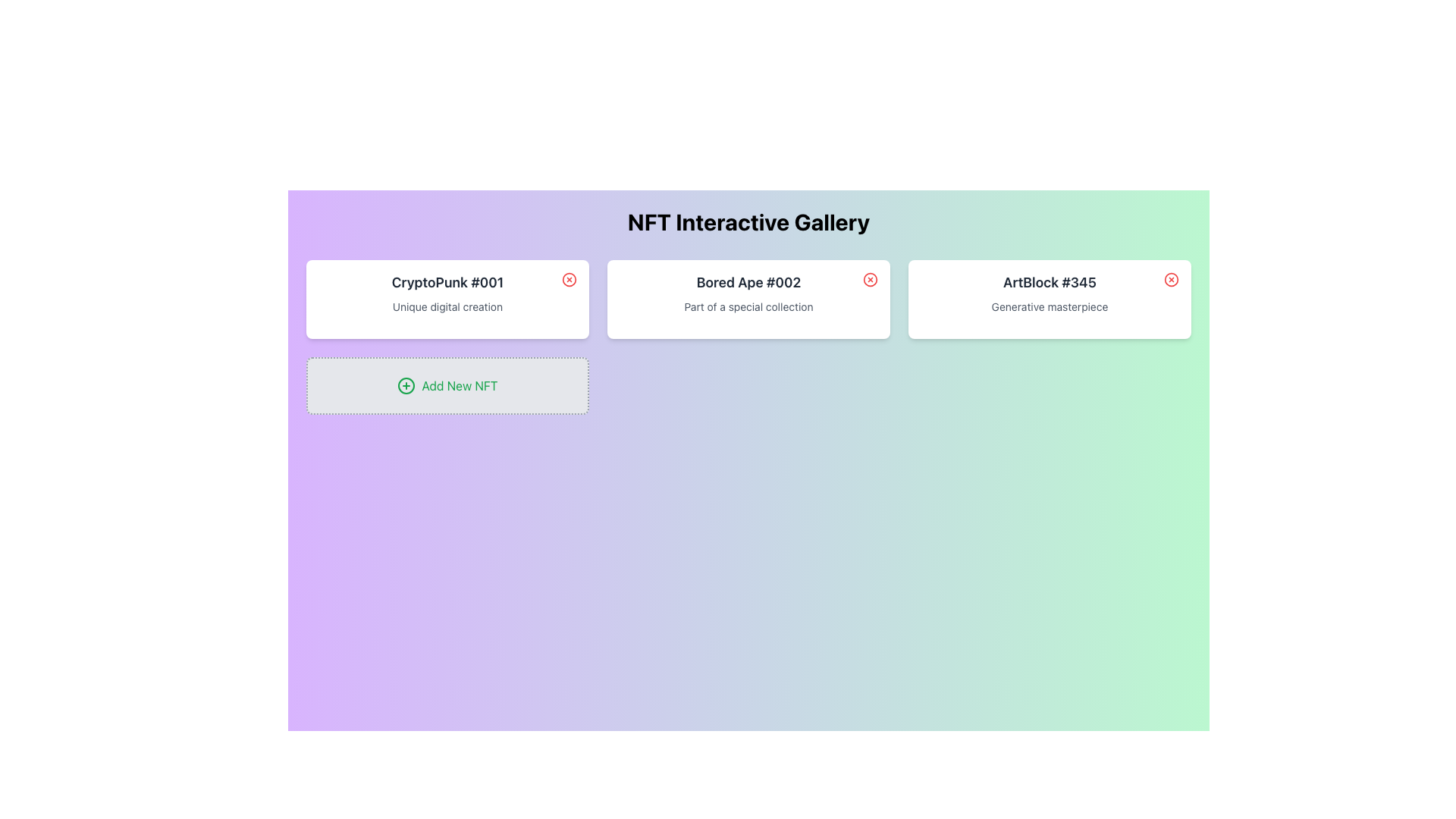 The width and height of the screenshot is (1456, 819). Describe the element at coordinates (568, 280) in the screenshot. I see `the close or remove button located in the upper-right corner of the first card in a horizontal row of three cards` at that location.